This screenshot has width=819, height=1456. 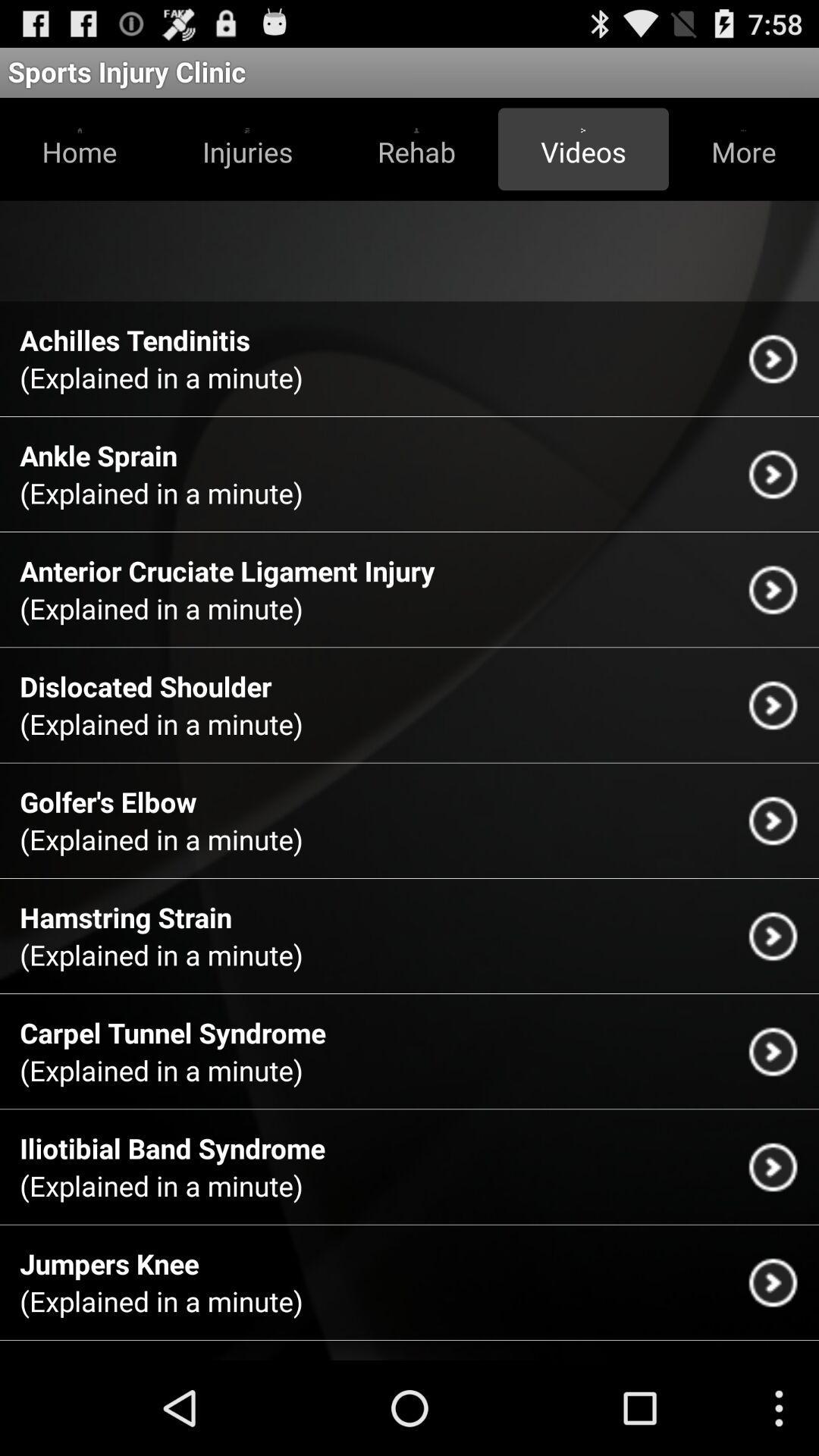 What do you see at coordinates (107, 801) in the screenshot?
I see `golfer's elbow` at bounding box center [107, 801].